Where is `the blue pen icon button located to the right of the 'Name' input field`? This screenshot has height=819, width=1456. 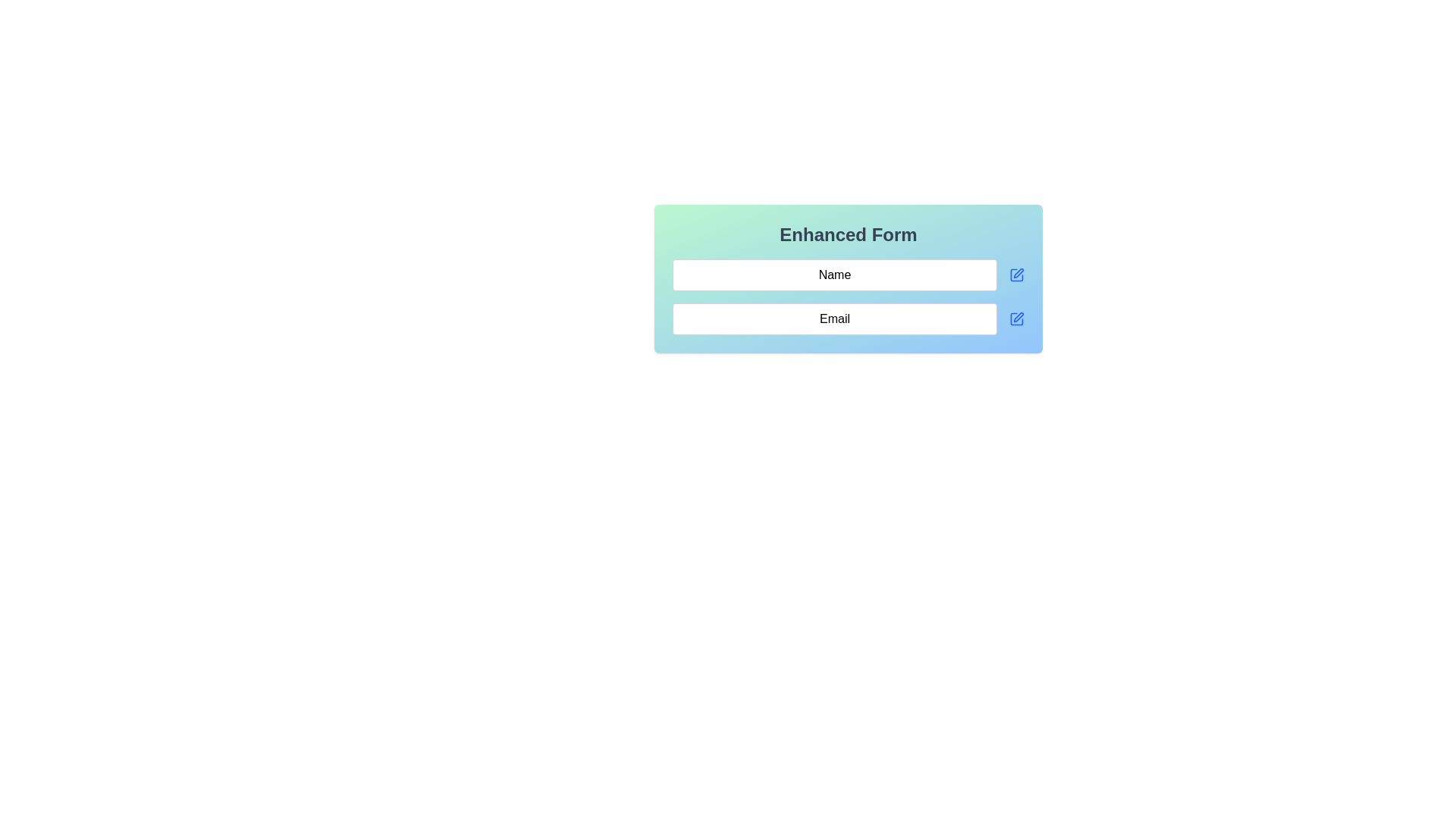
the blue pen icon button located to the right of the 'Name' input field is located at coordinates (1016, 275).